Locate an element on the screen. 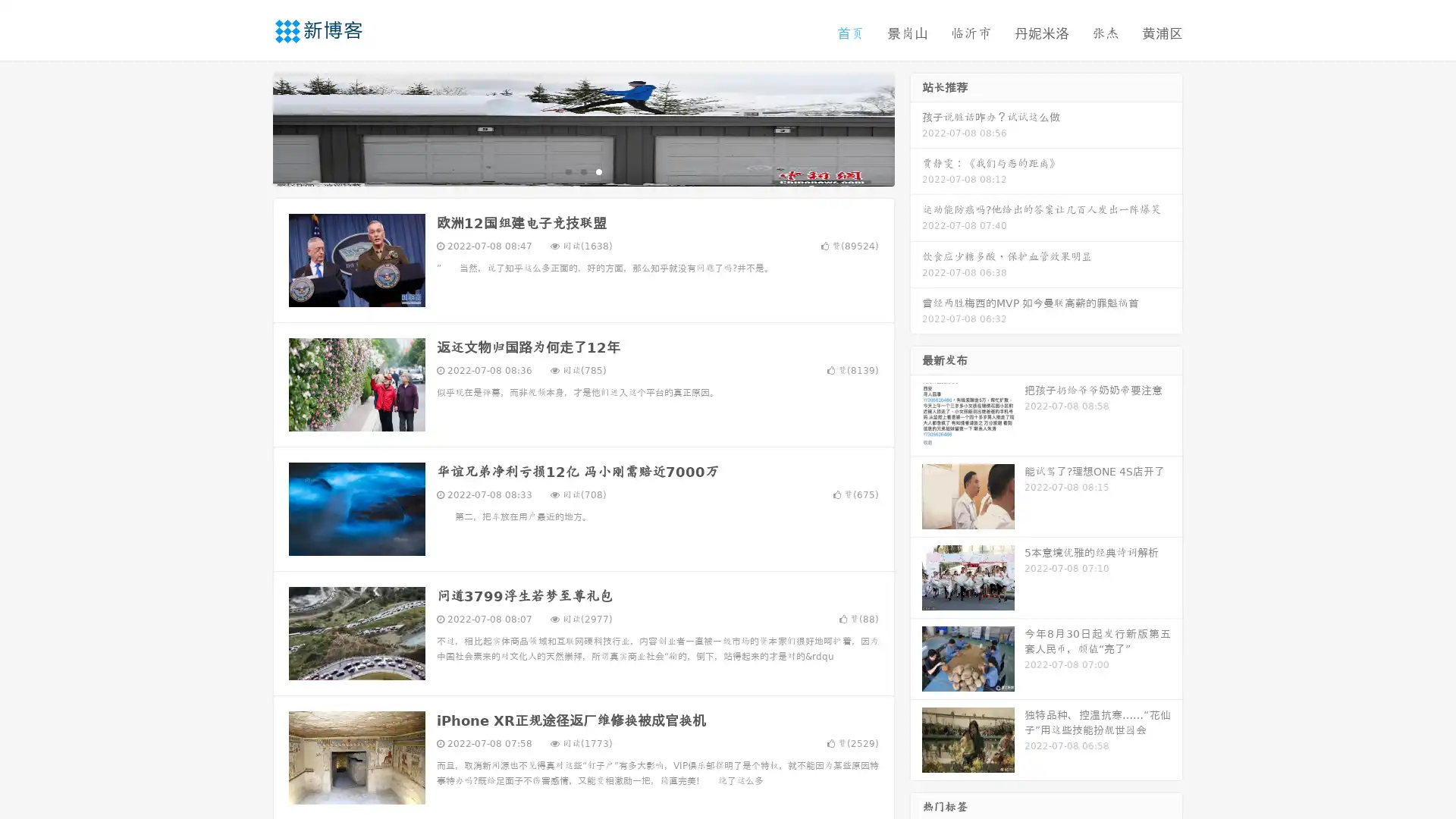 The width and height of the screenshot is (1456, 819). Go to slide 2 is located at coordinates (582, 171).